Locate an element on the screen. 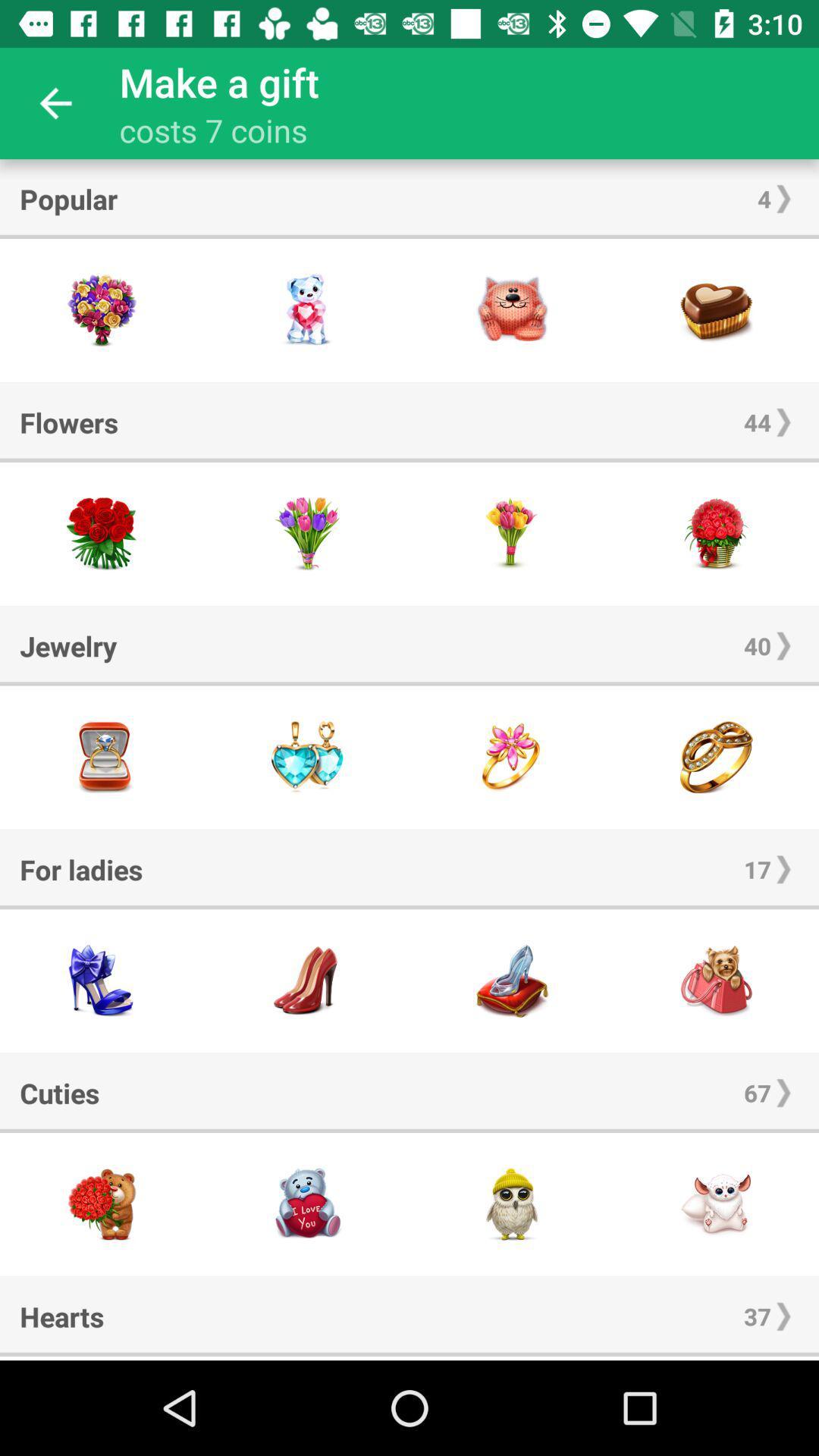 The image size is (819, 1456). cutie is located at coordinates (307, 1203).